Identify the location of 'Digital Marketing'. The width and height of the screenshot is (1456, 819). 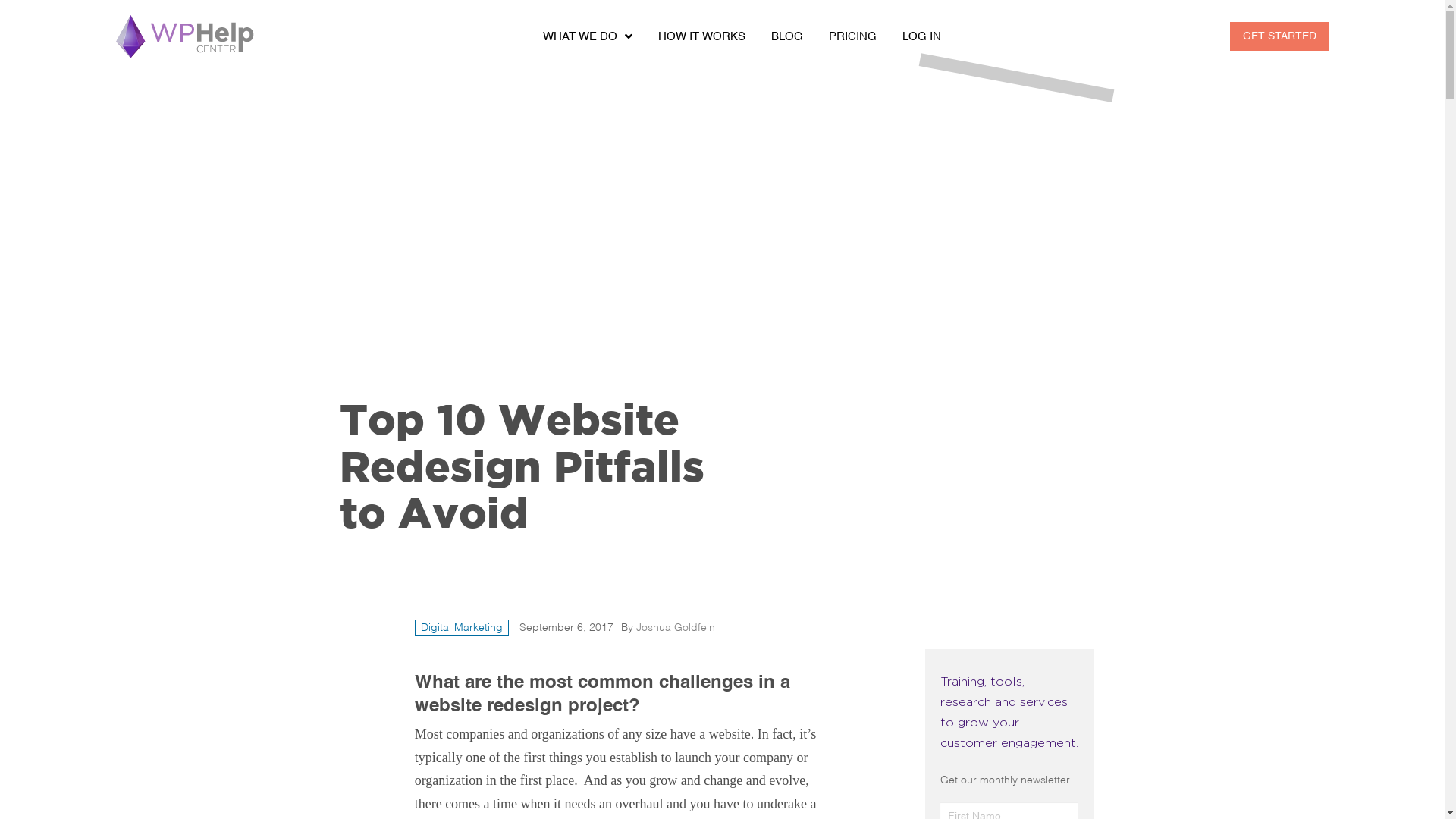
(461, 628).